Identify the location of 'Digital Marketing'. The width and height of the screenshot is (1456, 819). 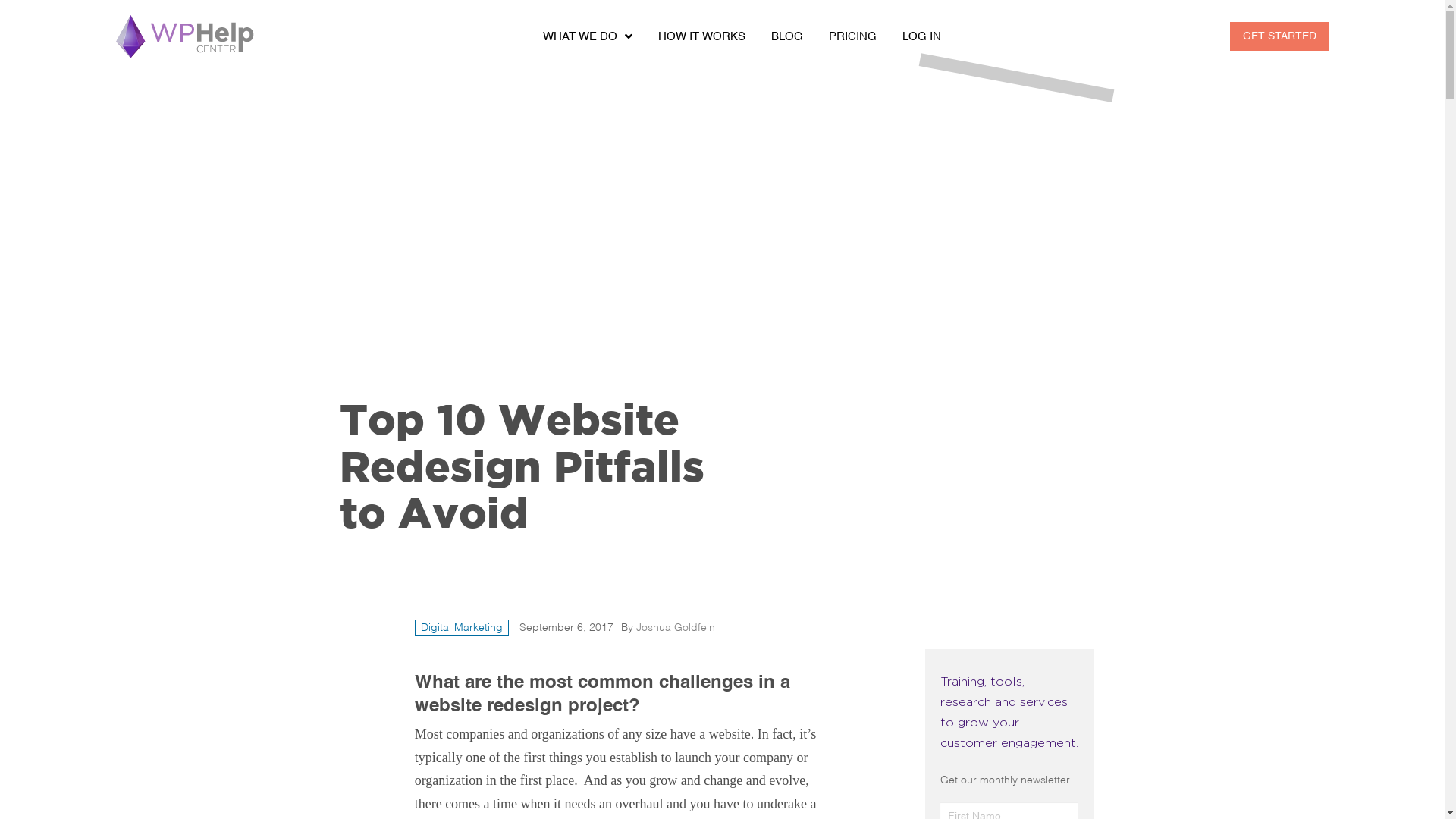
(461, 628).